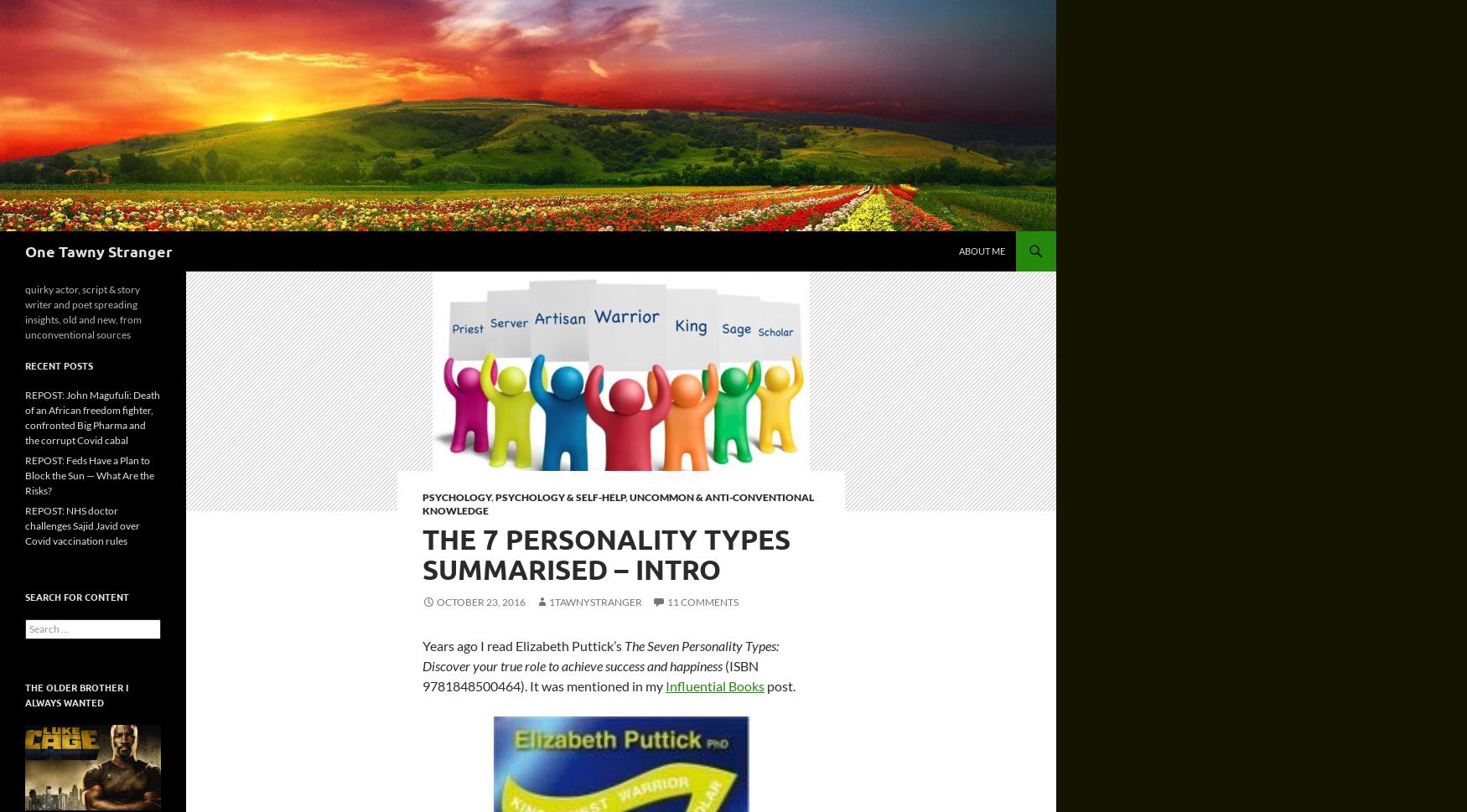 This screenshot has height=812, width=1467. I want to click on 'Years ago I read Elizabeth Puttick’s', so click(523, 644).